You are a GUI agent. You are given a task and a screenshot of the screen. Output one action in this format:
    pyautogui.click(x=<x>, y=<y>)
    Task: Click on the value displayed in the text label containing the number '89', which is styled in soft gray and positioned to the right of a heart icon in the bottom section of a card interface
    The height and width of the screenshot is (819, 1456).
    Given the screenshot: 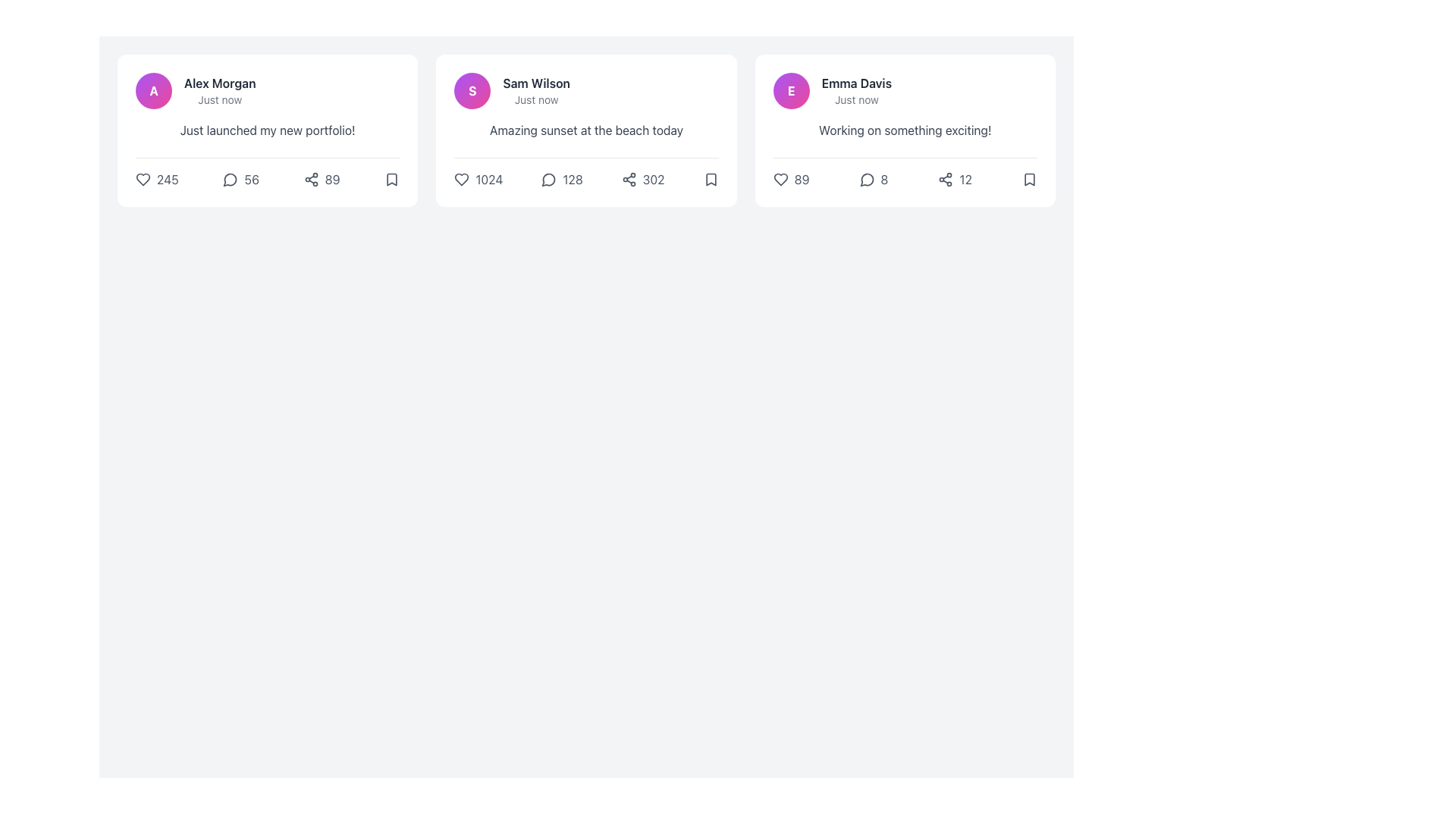 What is the action you would take?
    pyautogui.click(x=801, y=178)
    